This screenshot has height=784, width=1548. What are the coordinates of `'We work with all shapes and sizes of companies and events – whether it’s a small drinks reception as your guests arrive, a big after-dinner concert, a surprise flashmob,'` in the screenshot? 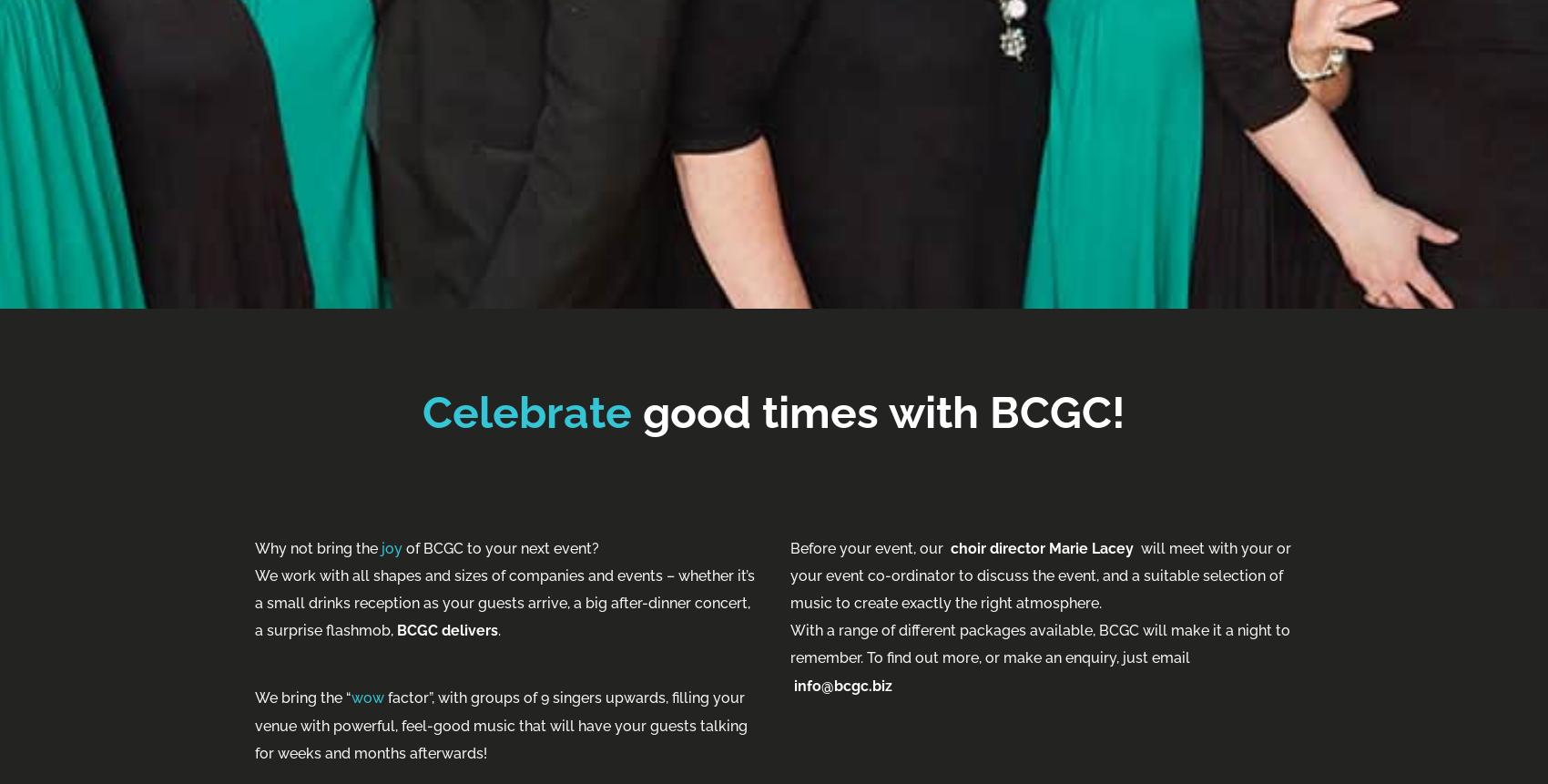 It's located at (504, 603).